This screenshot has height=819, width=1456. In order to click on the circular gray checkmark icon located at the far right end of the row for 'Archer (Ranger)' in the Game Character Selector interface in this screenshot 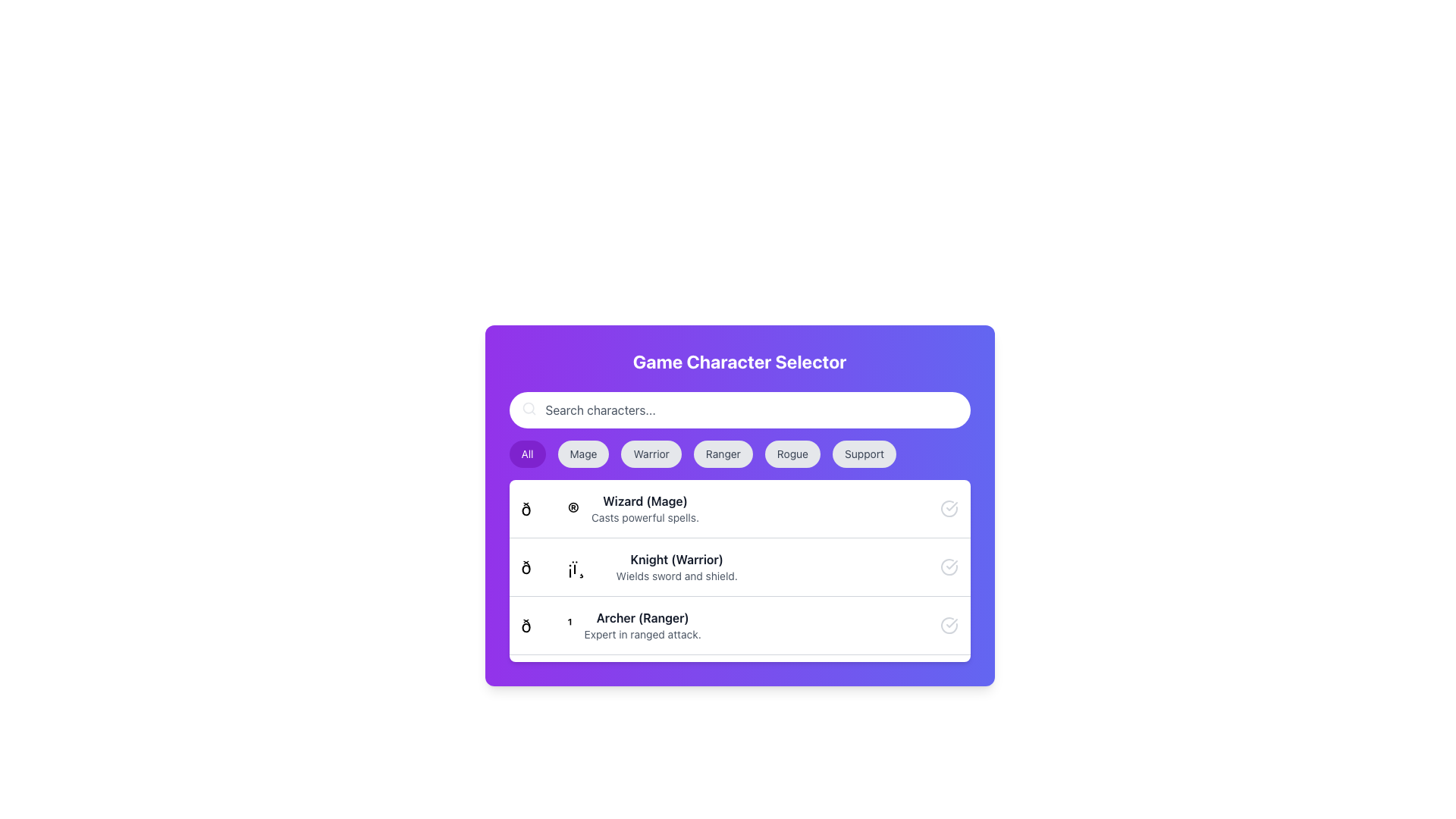, I will do `click(948, 626)`.